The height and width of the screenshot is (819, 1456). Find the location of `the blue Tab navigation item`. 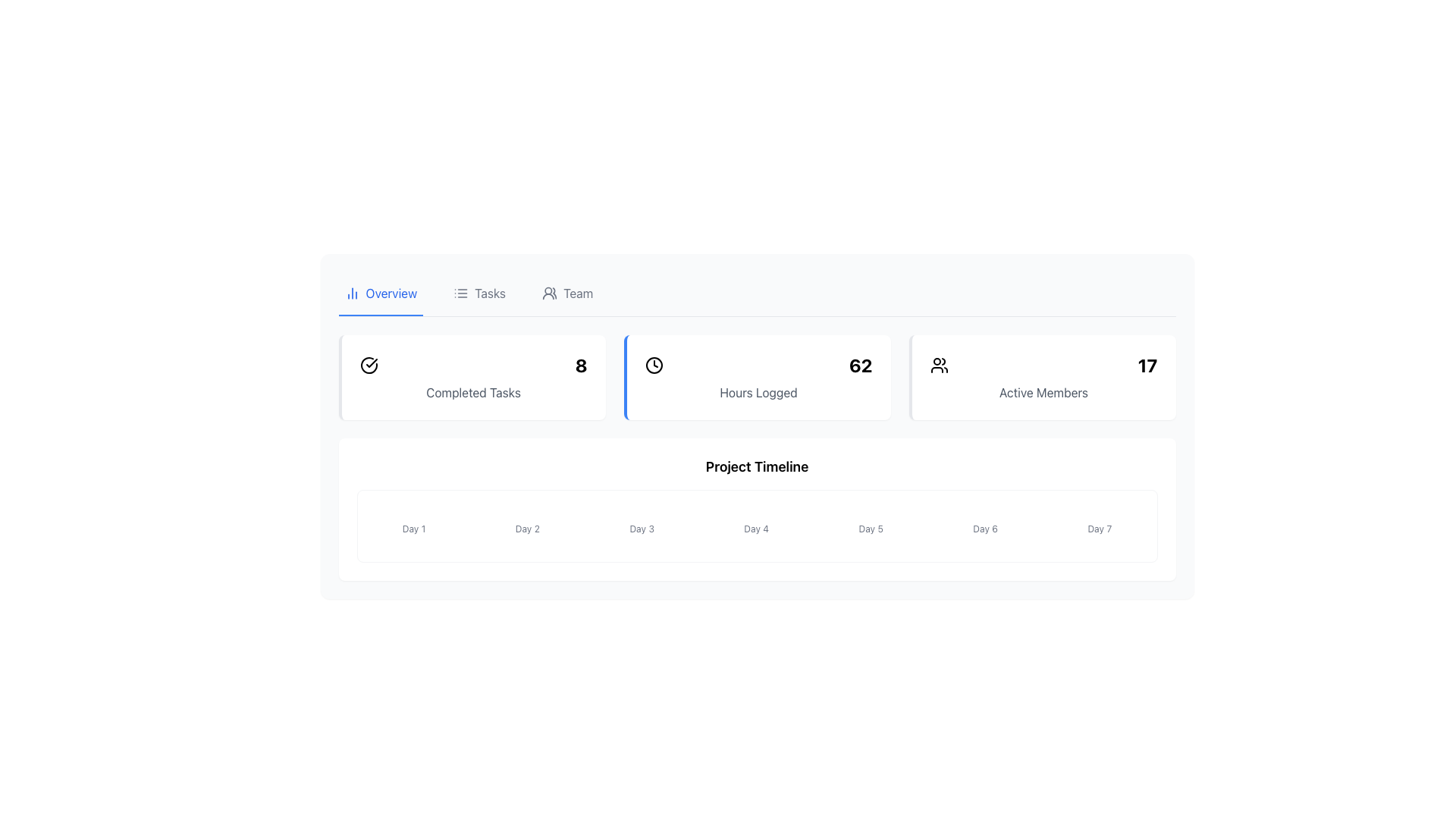

the blue Tab navigation item is located at coordinates (381, 294).